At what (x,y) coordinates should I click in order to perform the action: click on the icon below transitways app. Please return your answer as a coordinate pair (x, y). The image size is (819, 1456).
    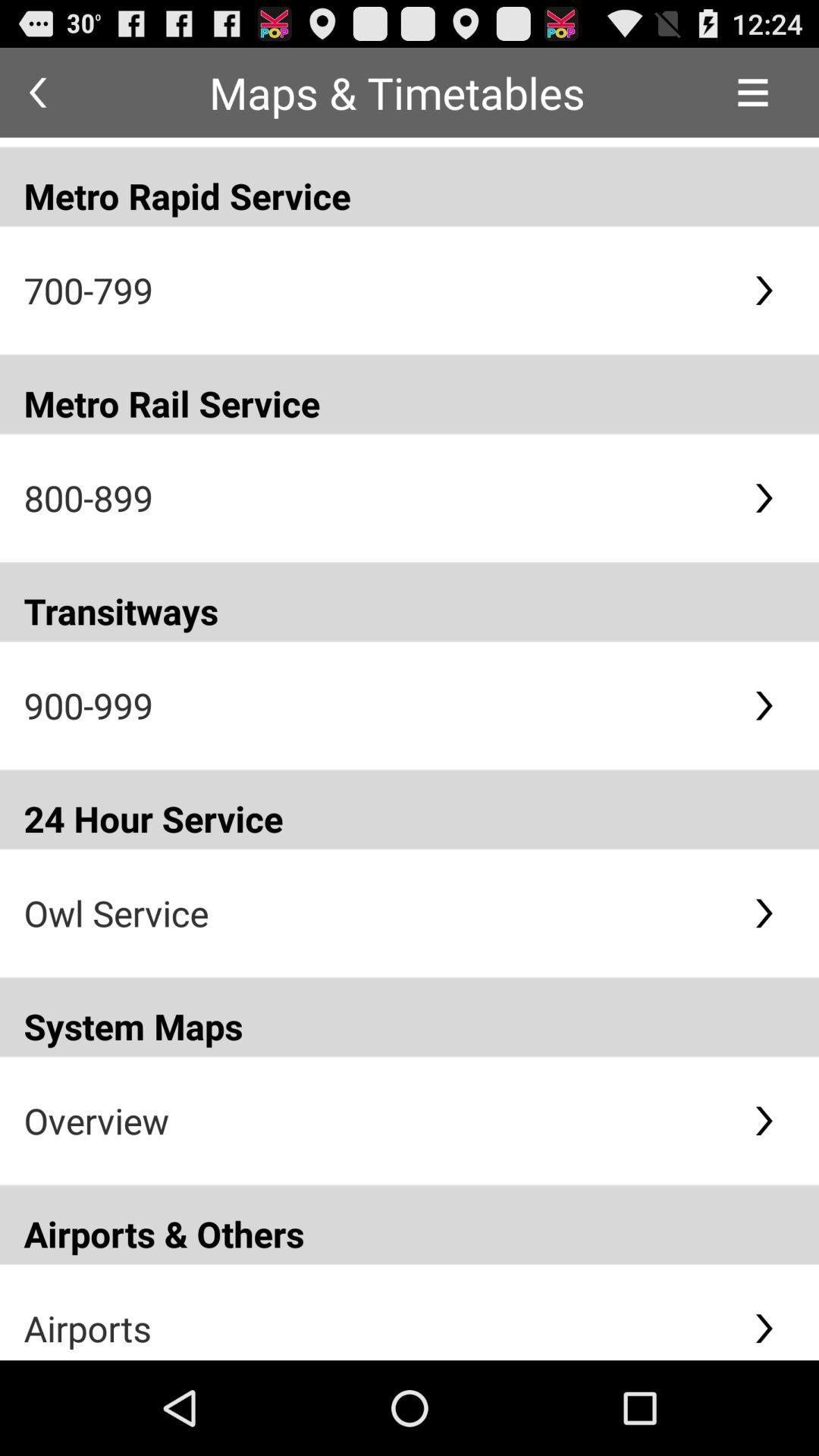
    Looking at the image, I should click on (375, 704).